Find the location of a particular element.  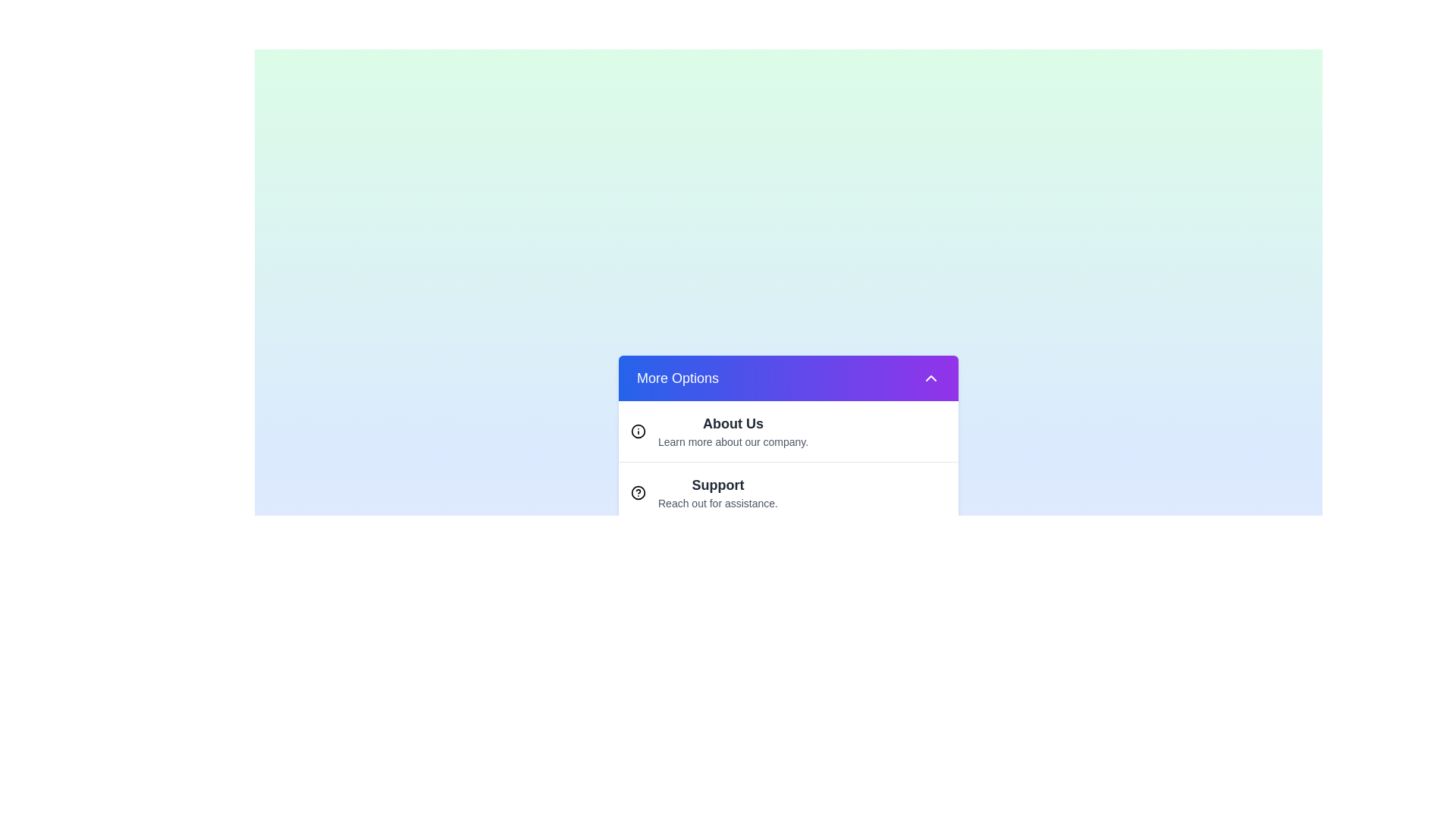

the option About Us to highlight it is located at coordinates (789, 431).